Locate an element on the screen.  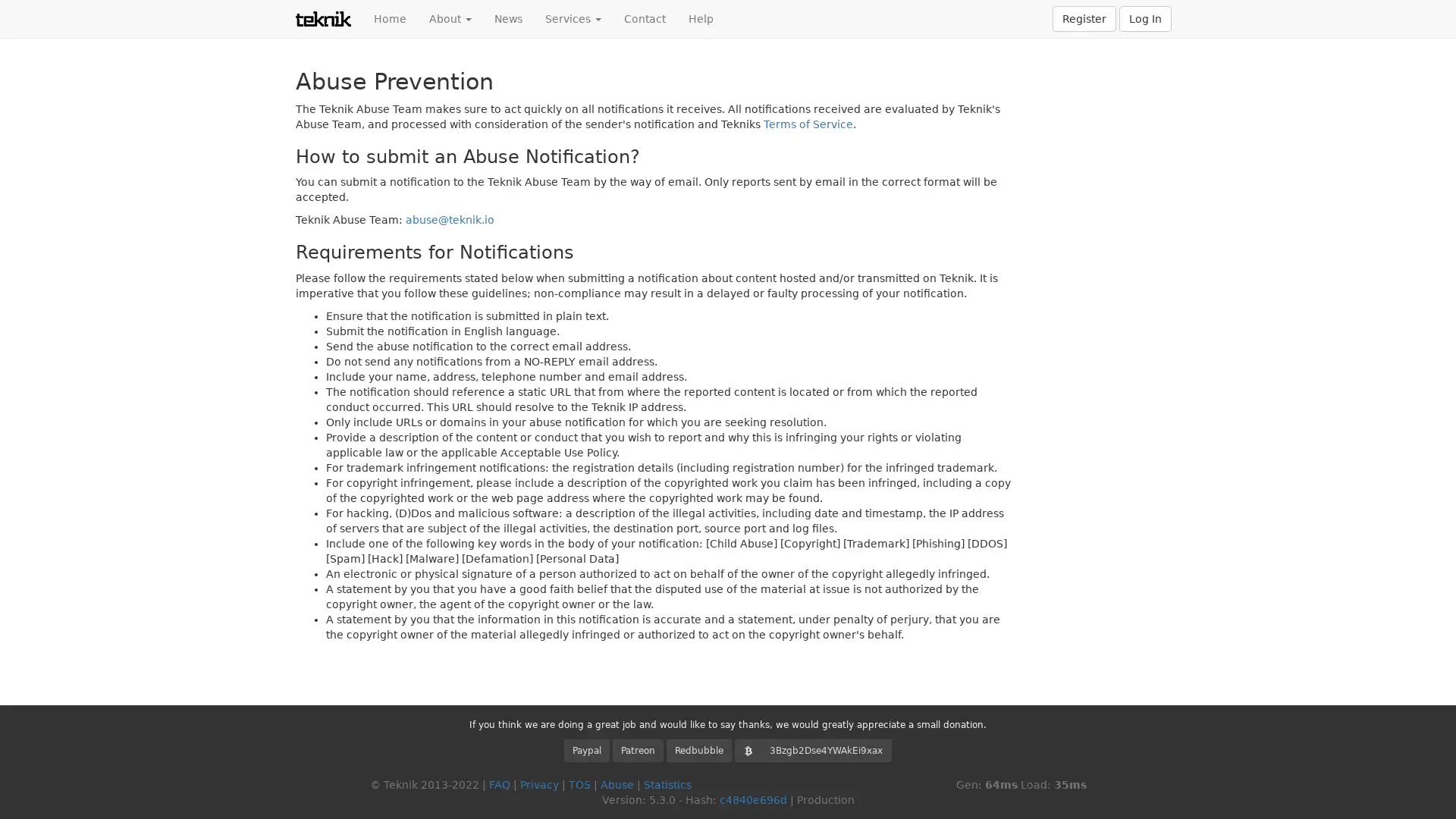
Paypal is located at coordinates (585, 751).